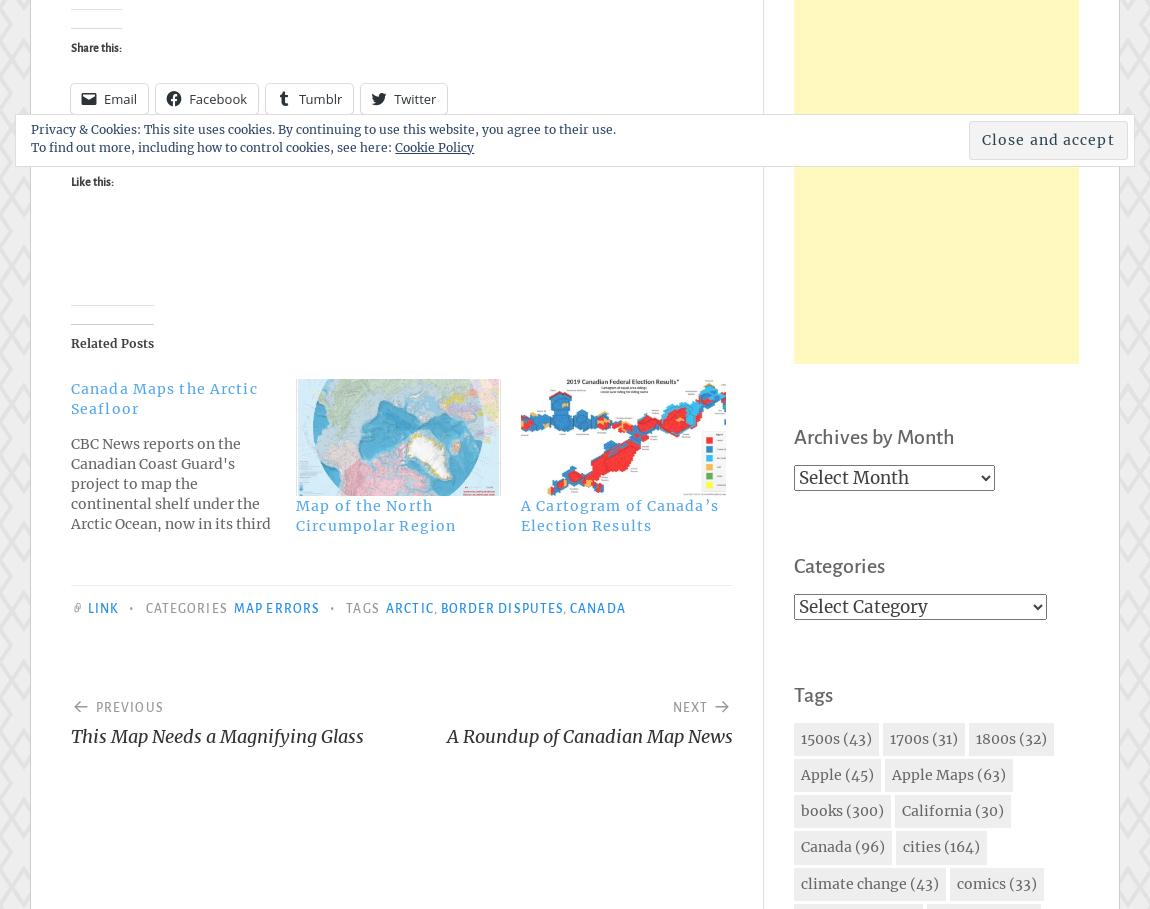 The width and height of the screenshot is (1150, 909). Describe the element at coordinates (841, 774) in the screenshot. I see `'(45)'` at that location.